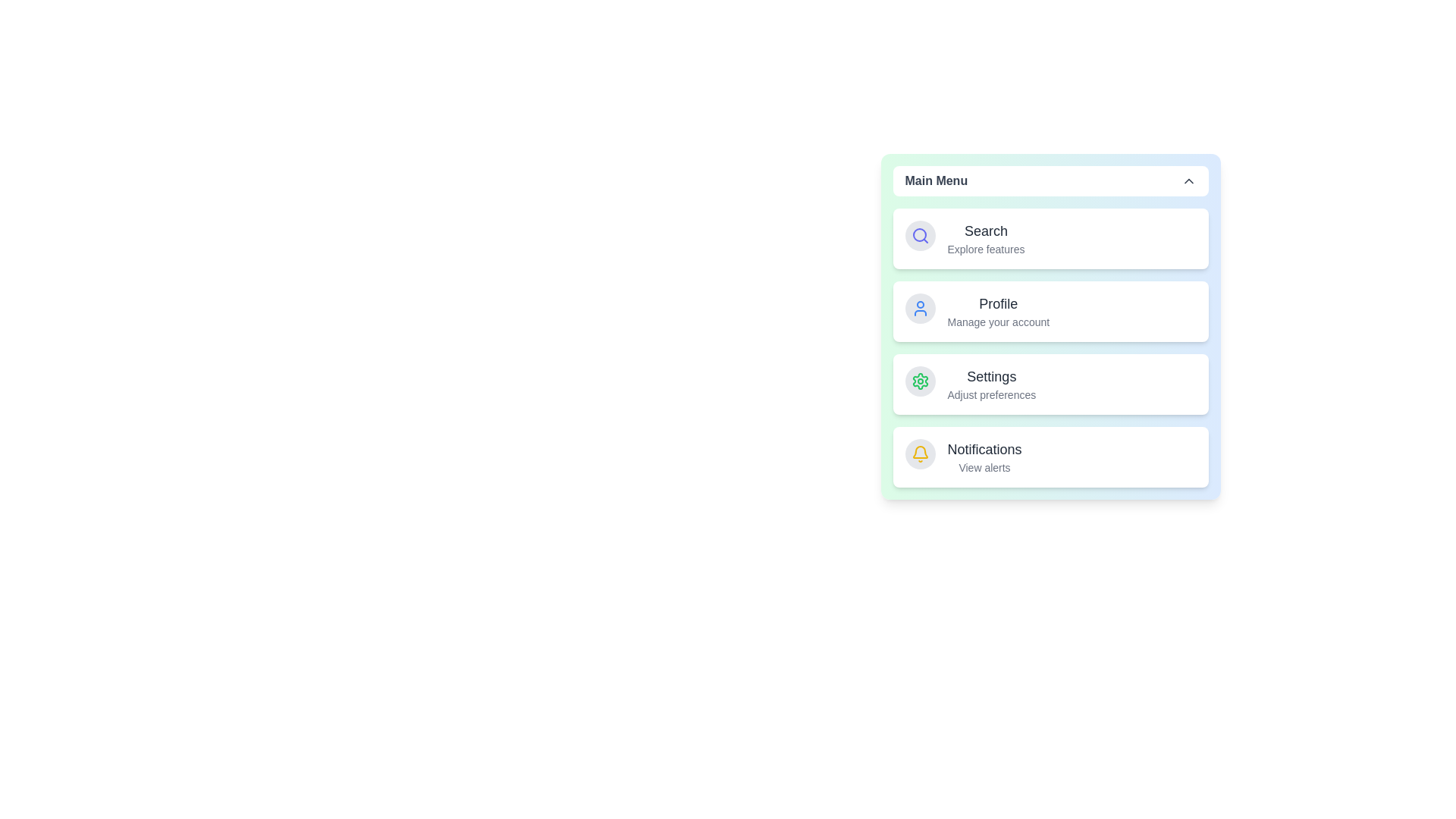 The width and height of the screenshot is (1456, 819). Describe the element at coordinates (986, 311) in the screenshot. I see `the menu item Profile from the list` at that location.